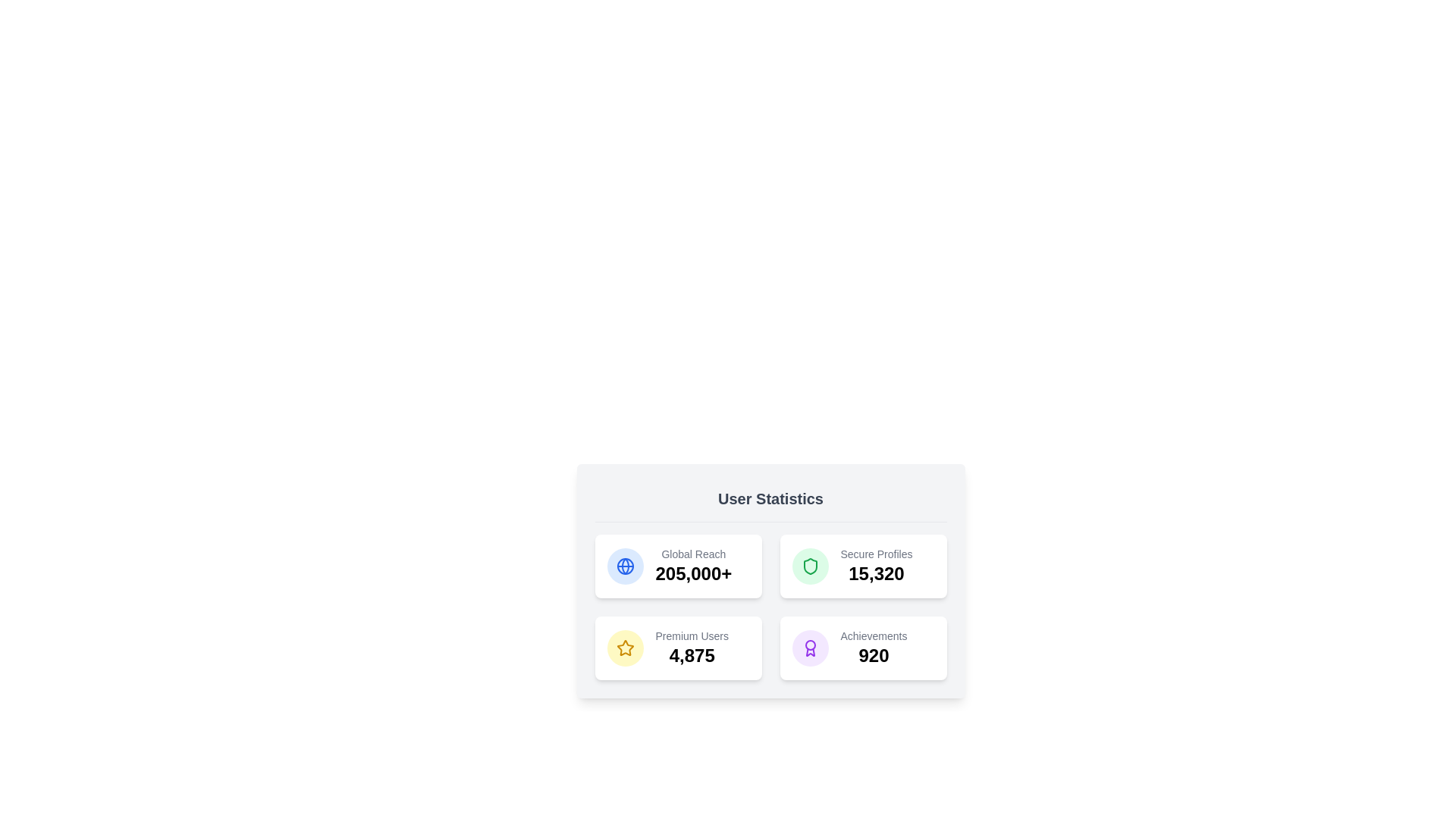 This screenshot has height=819, width=1456. I want to click on the 'Global Reach' text label, which is styled in a small, gray font and positioned above the larger numeric label '205,000+' within a rounded rectangular area in the upper-left block of the grid layout, so click(692, 554).